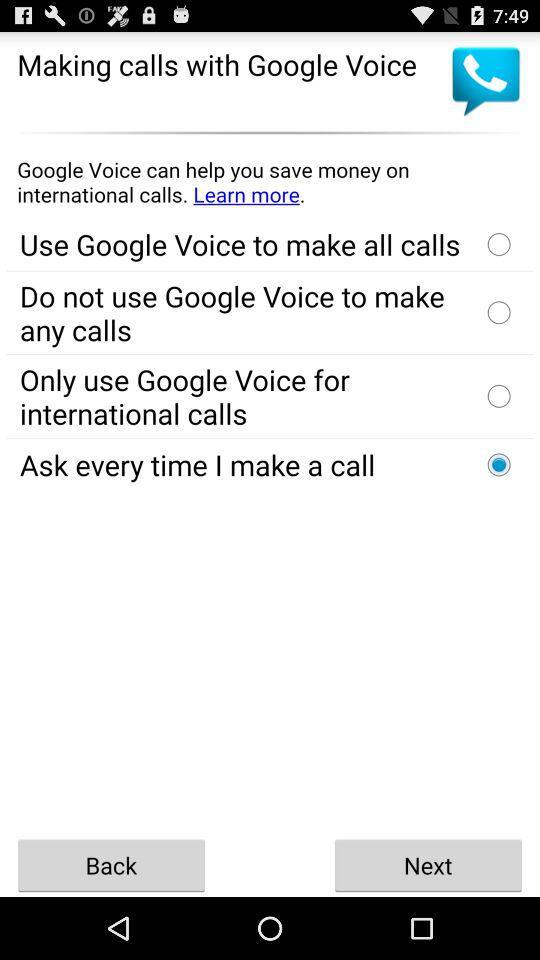 This screenshot has width=540, height=960. Describe the element at coordinates (270, 182) in the screenshot. I see `advertisement` at that location.